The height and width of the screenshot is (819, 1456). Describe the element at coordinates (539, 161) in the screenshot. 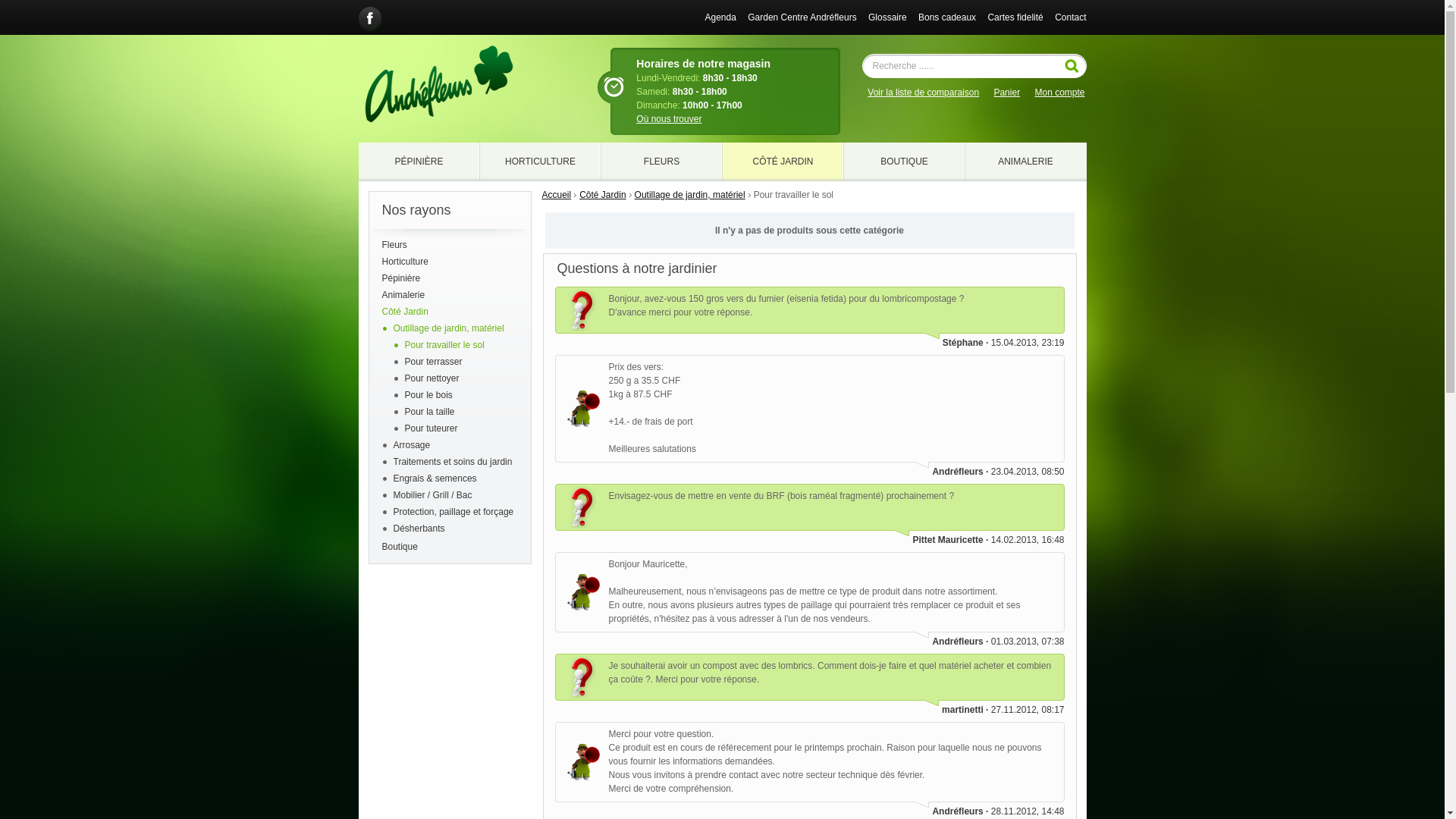

I see `'HORTICULTURE'` at that location.